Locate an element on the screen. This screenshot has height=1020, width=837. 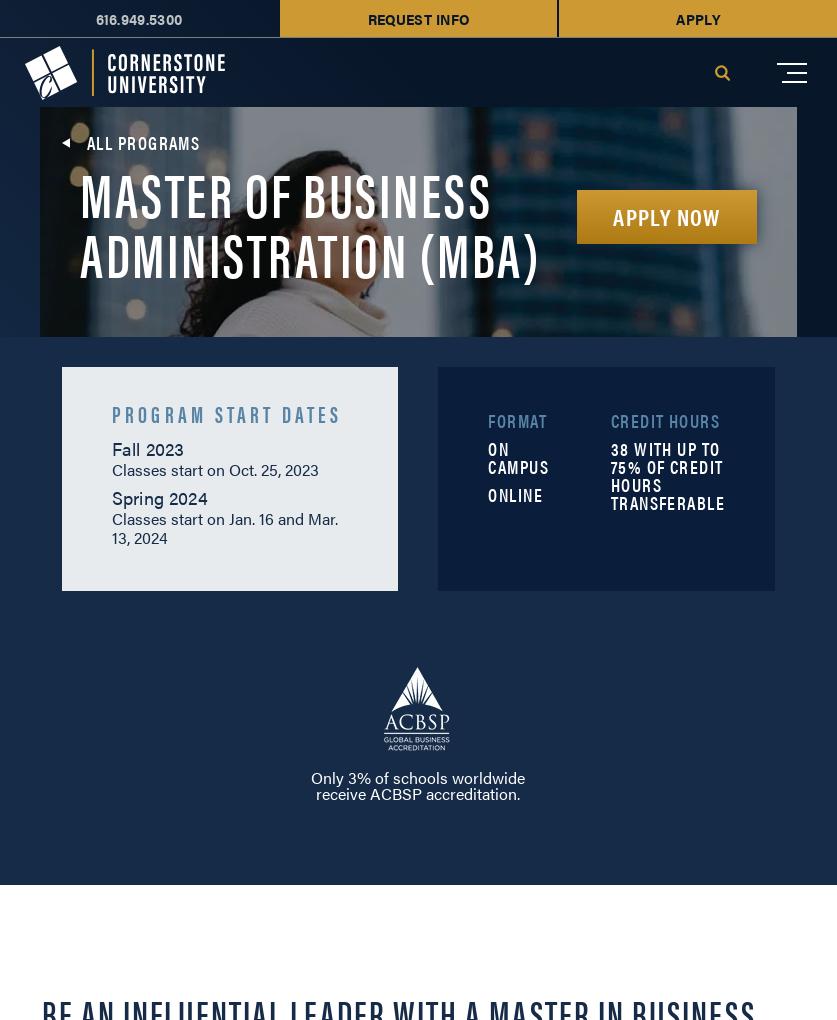
'Fall 2023' is located at coordinates (146, 447).